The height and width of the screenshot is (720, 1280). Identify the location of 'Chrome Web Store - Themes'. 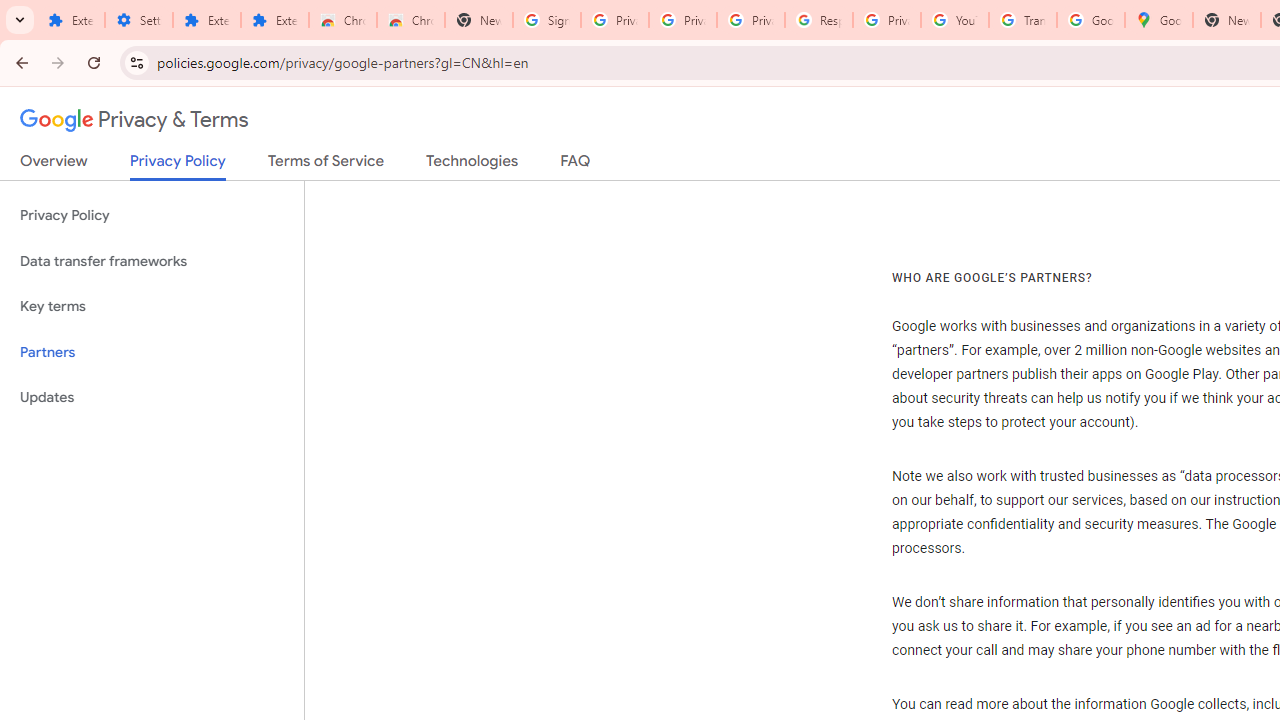
(410, 20).